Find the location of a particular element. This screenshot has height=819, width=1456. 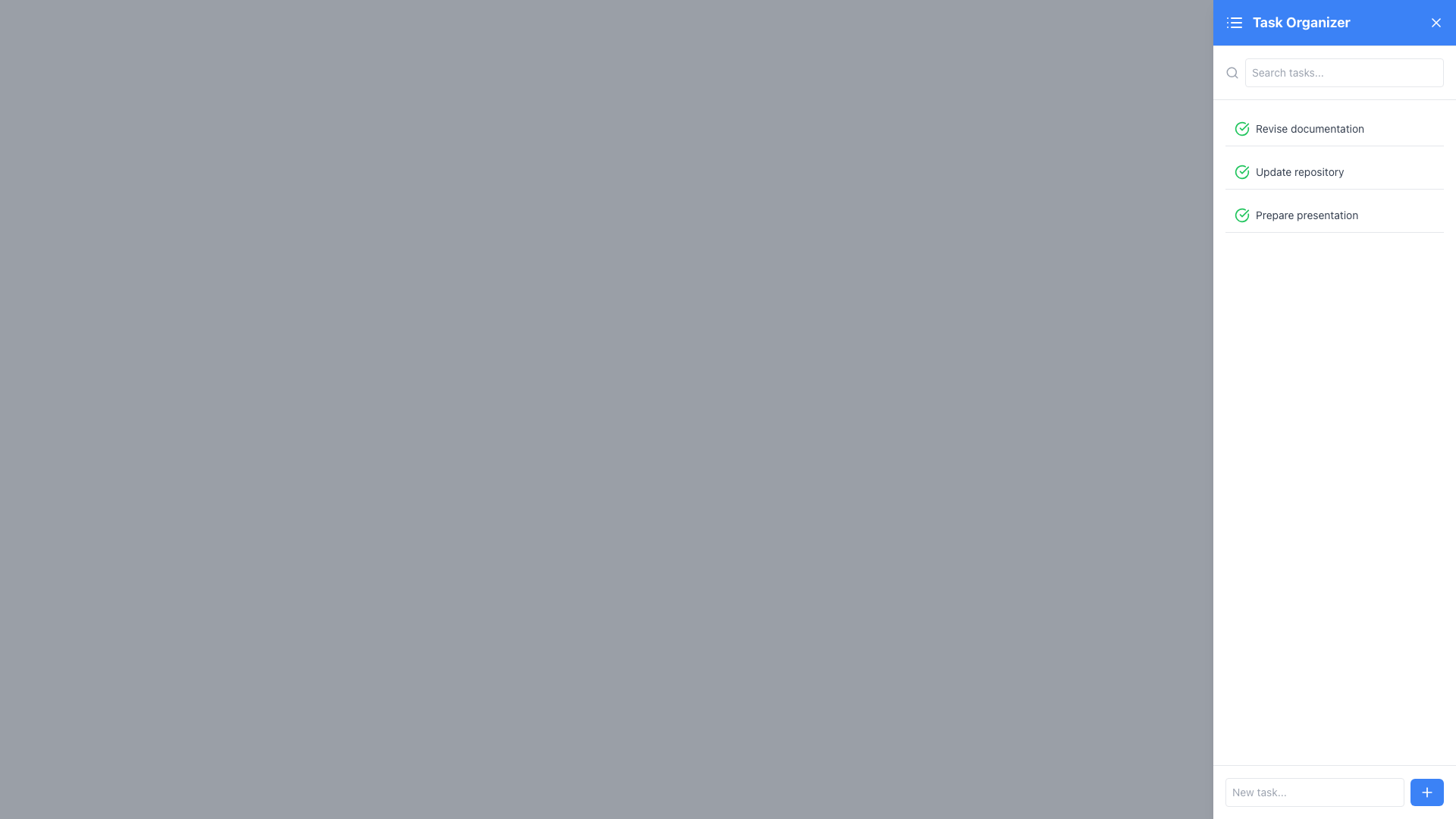

the Icon button that marks the 'Prepare presentation' task as complete is located at coordinates (1241, 215).